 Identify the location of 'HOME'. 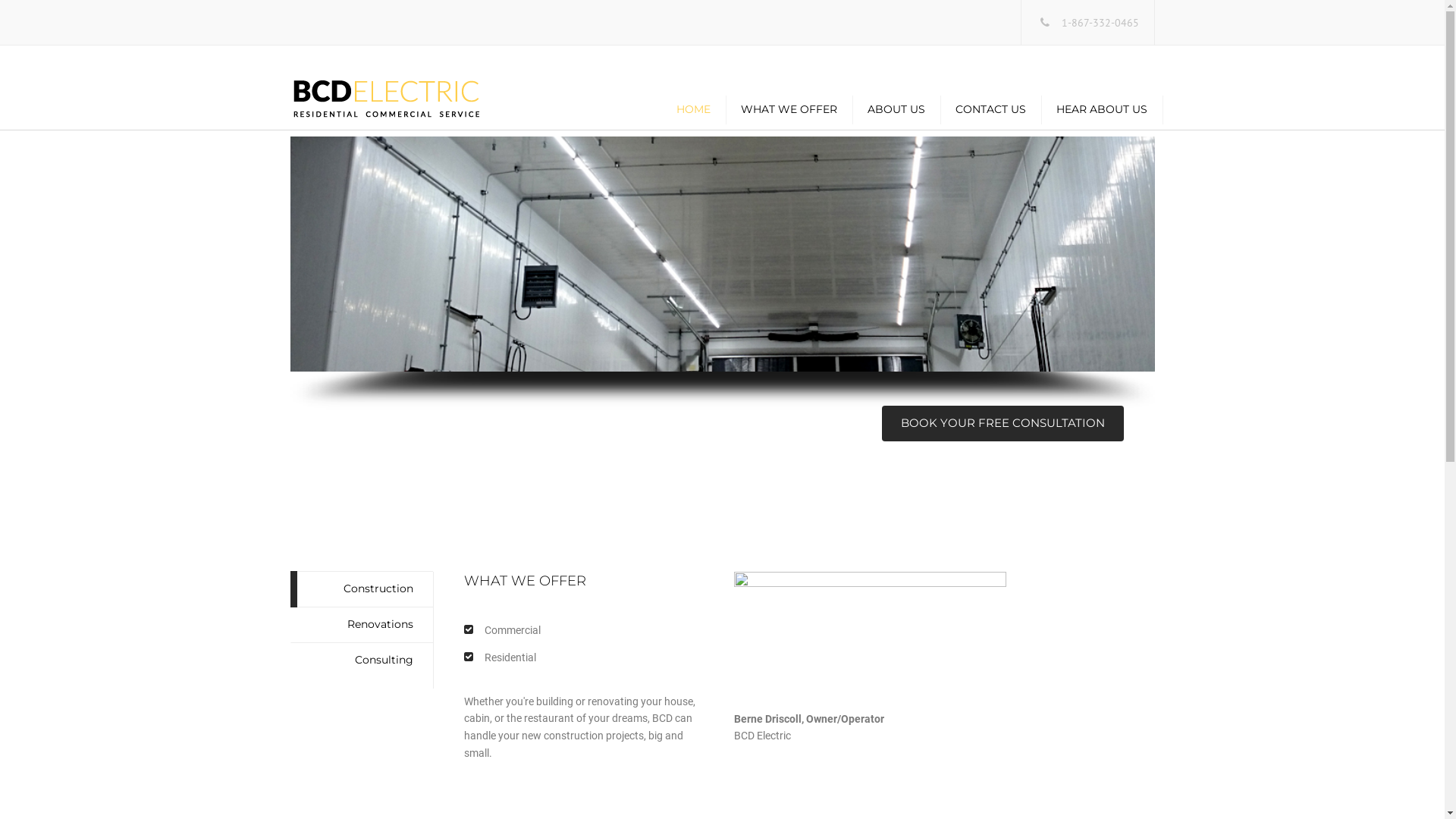
(692, 108).